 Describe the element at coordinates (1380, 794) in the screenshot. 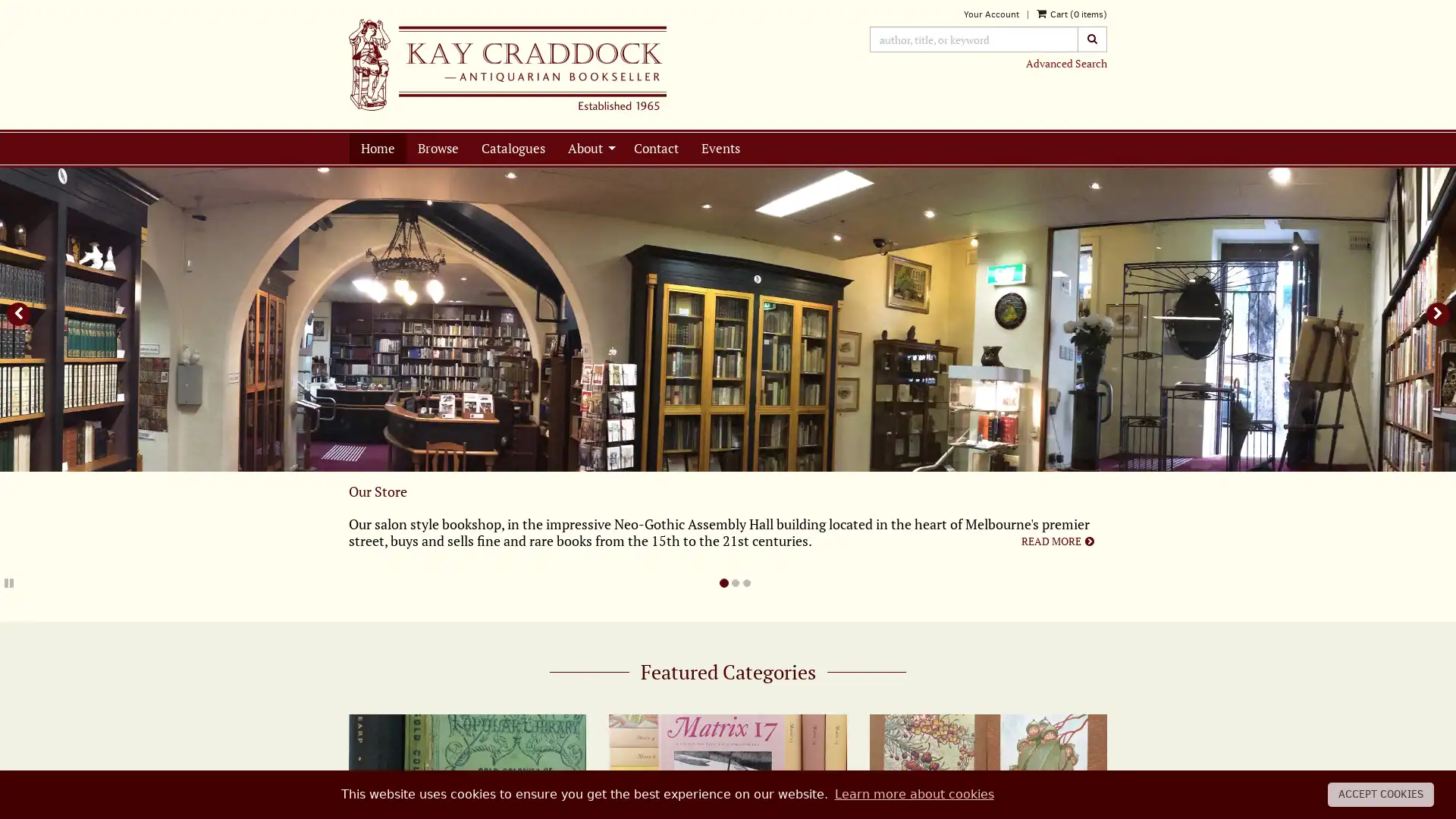

I see `Accept Cookies` at that location.